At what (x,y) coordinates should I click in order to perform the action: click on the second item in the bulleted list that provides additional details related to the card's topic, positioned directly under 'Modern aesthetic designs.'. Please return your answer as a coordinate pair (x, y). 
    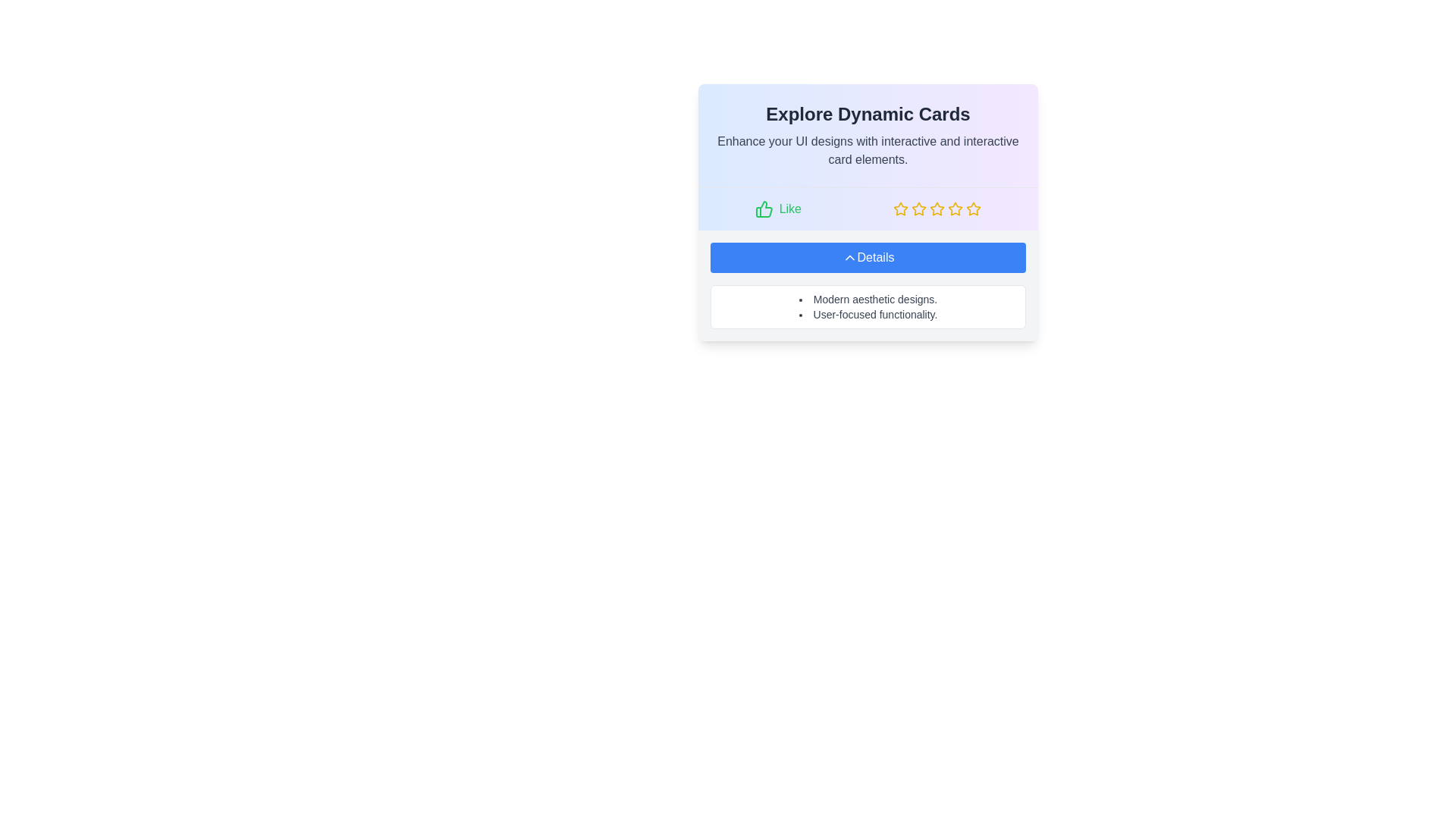
    Looking at the image, I should click on (868, 314).